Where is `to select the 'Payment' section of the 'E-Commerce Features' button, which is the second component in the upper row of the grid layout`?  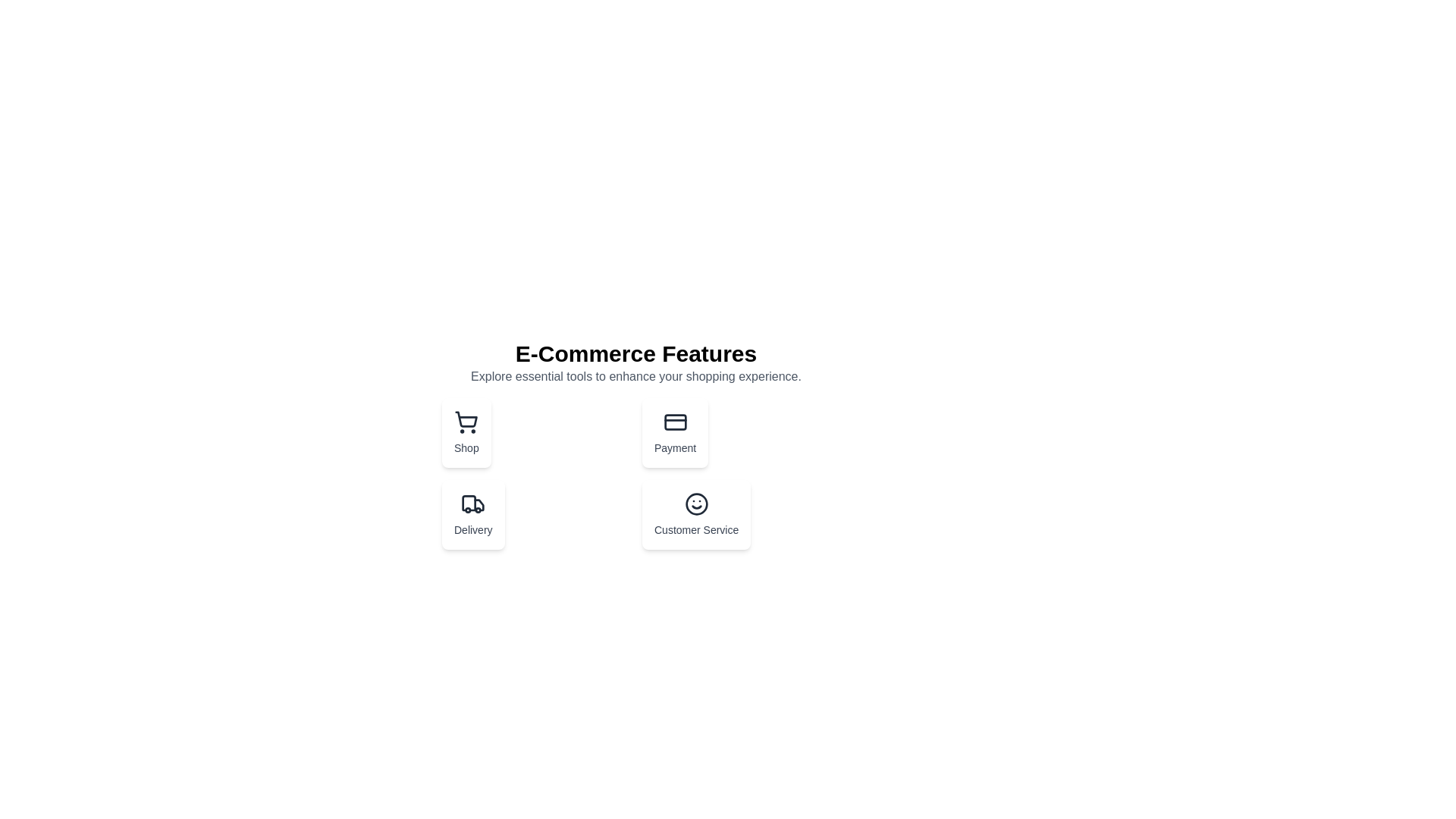
to select the 'Payment' section of the 'E-Commerce Features' button, which is the second component in the upper row of the grid layout is located at coordinates (636, 441).